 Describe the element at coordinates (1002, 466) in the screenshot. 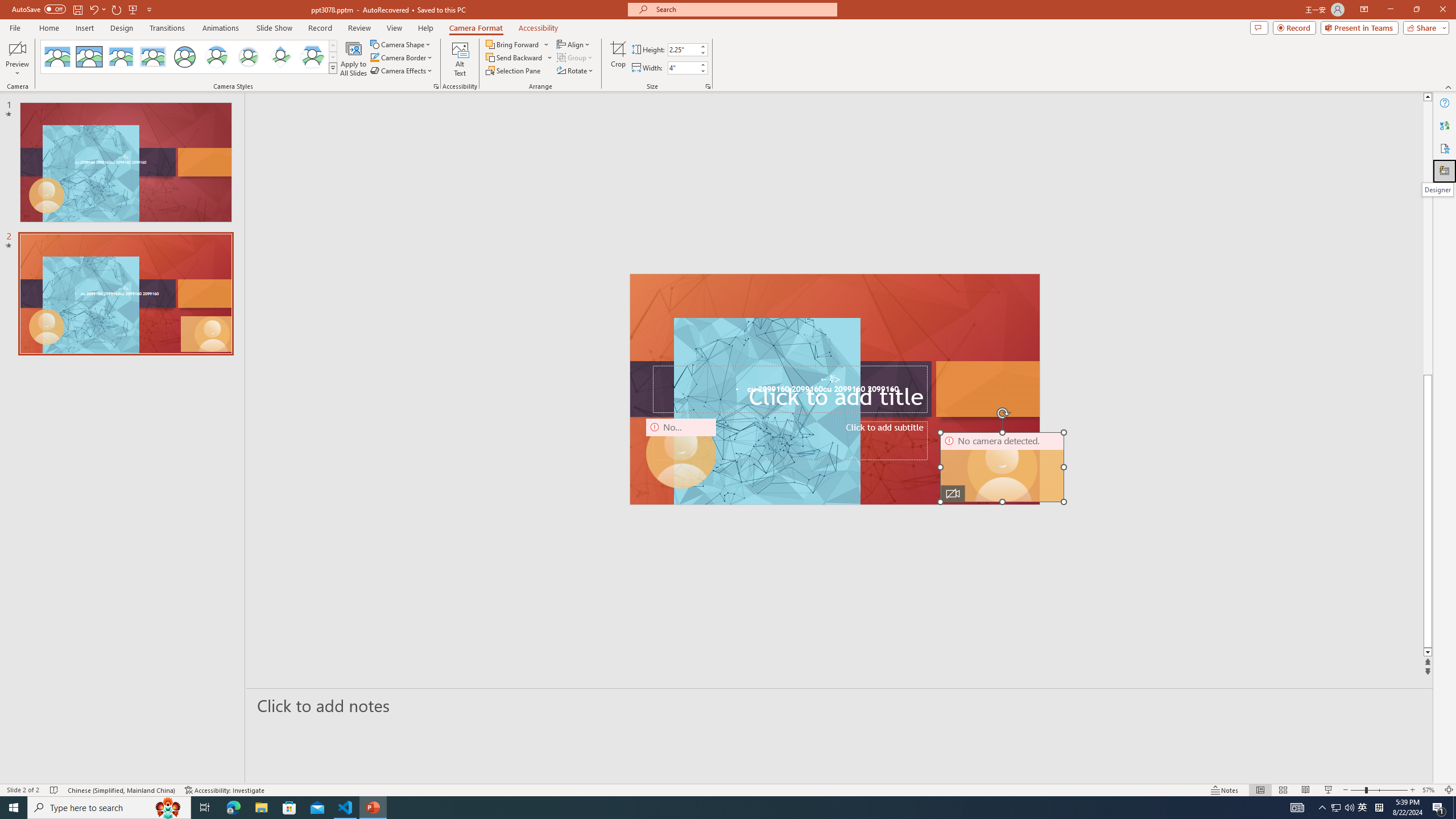

I see `'Camera 11, No camera detected.'` at that location.